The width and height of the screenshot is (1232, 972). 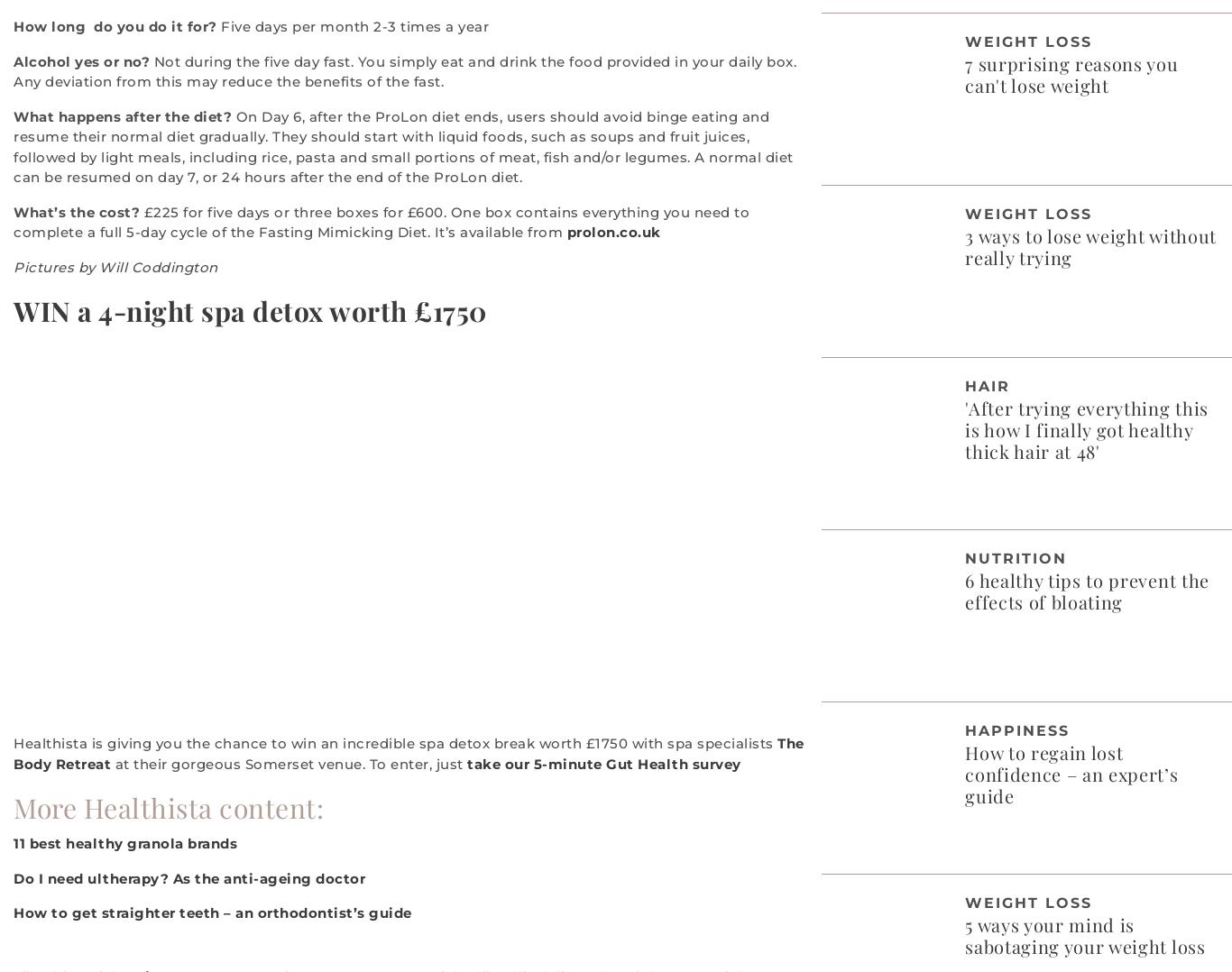 What do you see at coordinates (289, 763) in the screenshot?
I see `'at their gorgeous Somerset venue. To enter, just'` at bounding box center [289, 763].